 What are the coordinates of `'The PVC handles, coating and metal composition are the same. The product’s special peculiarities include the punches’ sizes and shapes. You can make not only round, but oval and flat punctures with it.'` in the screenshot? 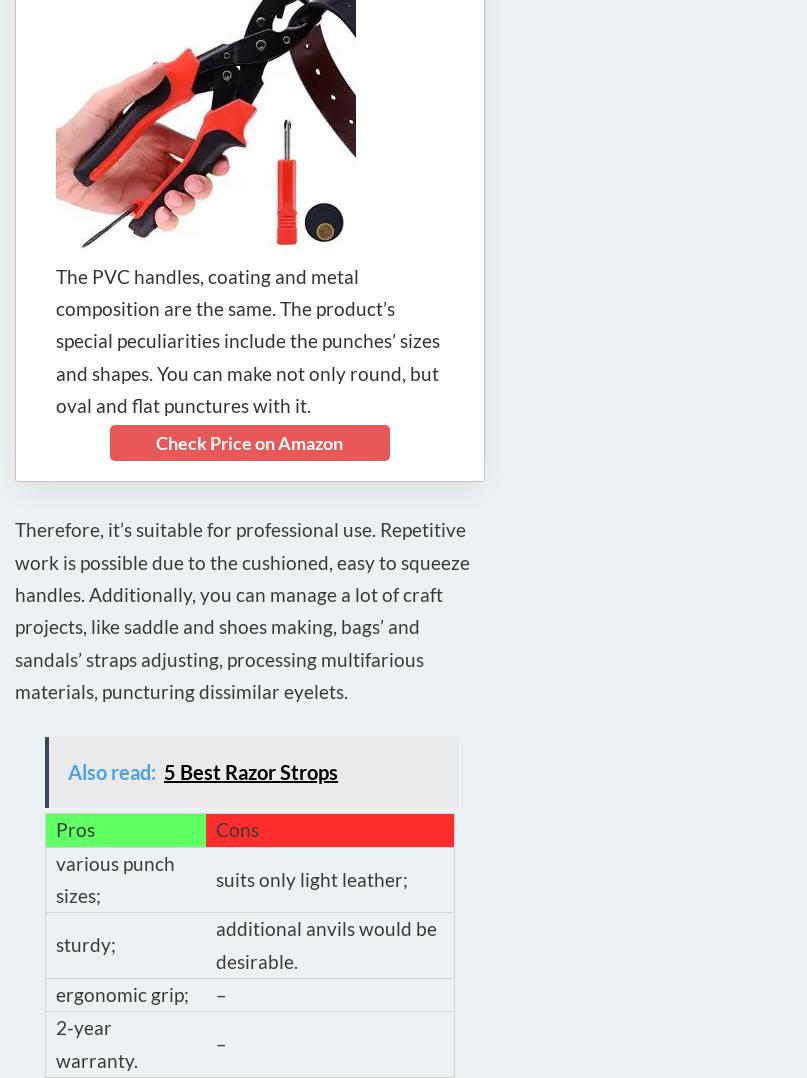 It's located at (56, 339).